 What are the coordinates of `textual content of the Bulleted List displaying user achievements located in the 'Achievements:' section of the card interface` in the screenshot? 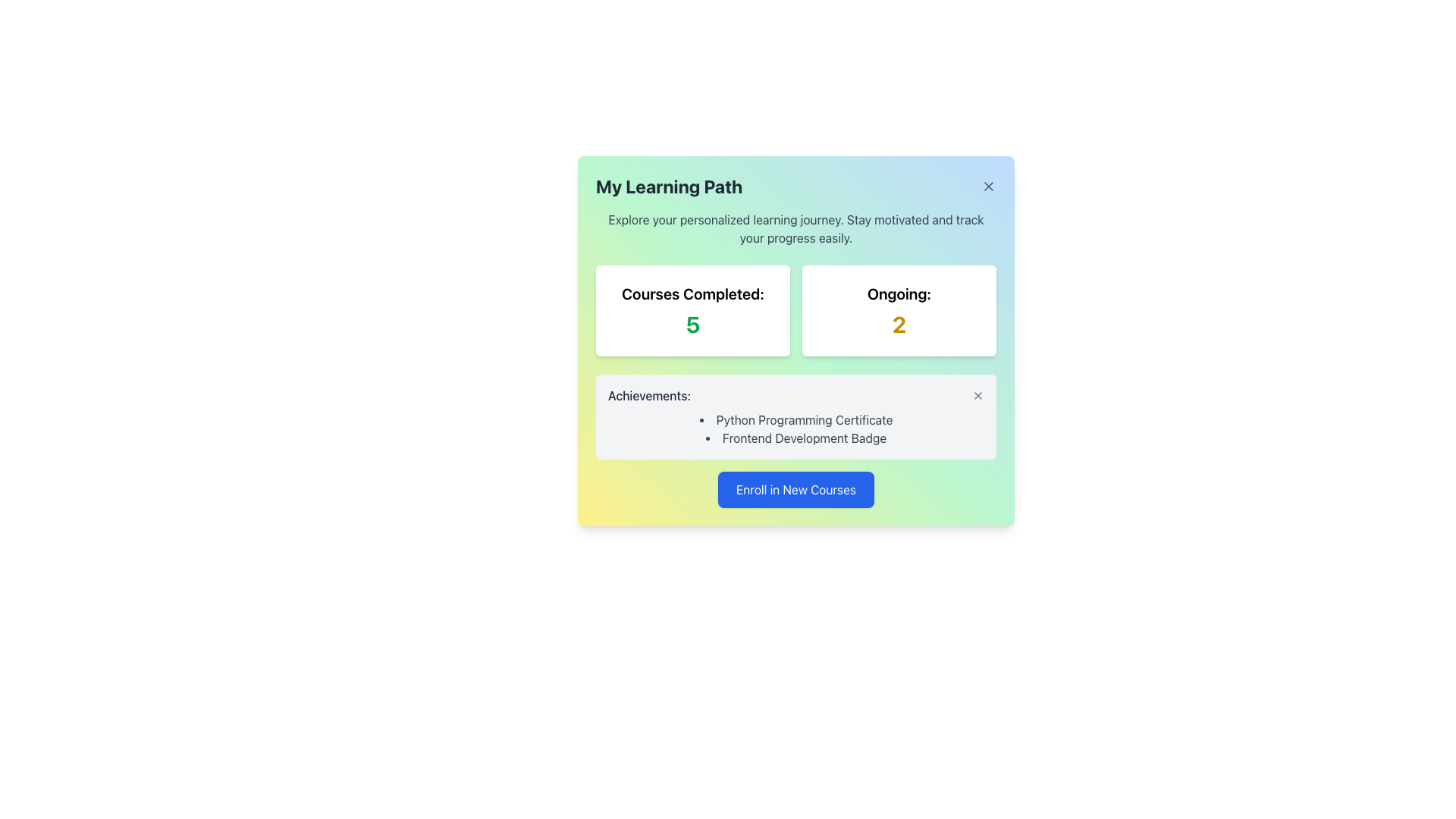 It's located at (795, 429).